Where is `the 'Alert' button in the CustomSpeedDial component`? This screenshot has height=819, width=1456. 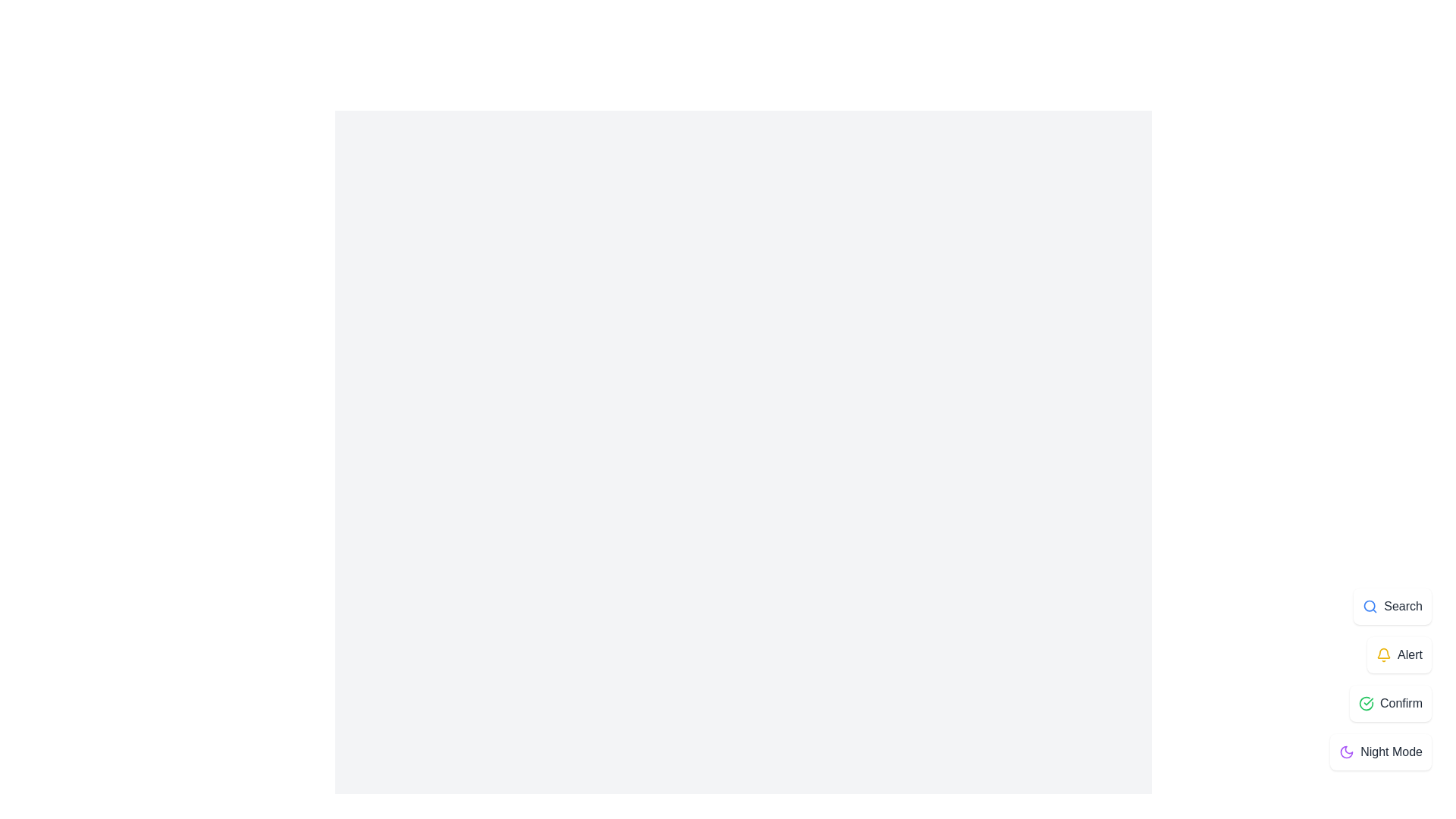 the 'Alert' button in the CustomSpeedDial component is located at coordinates (1398, 654).